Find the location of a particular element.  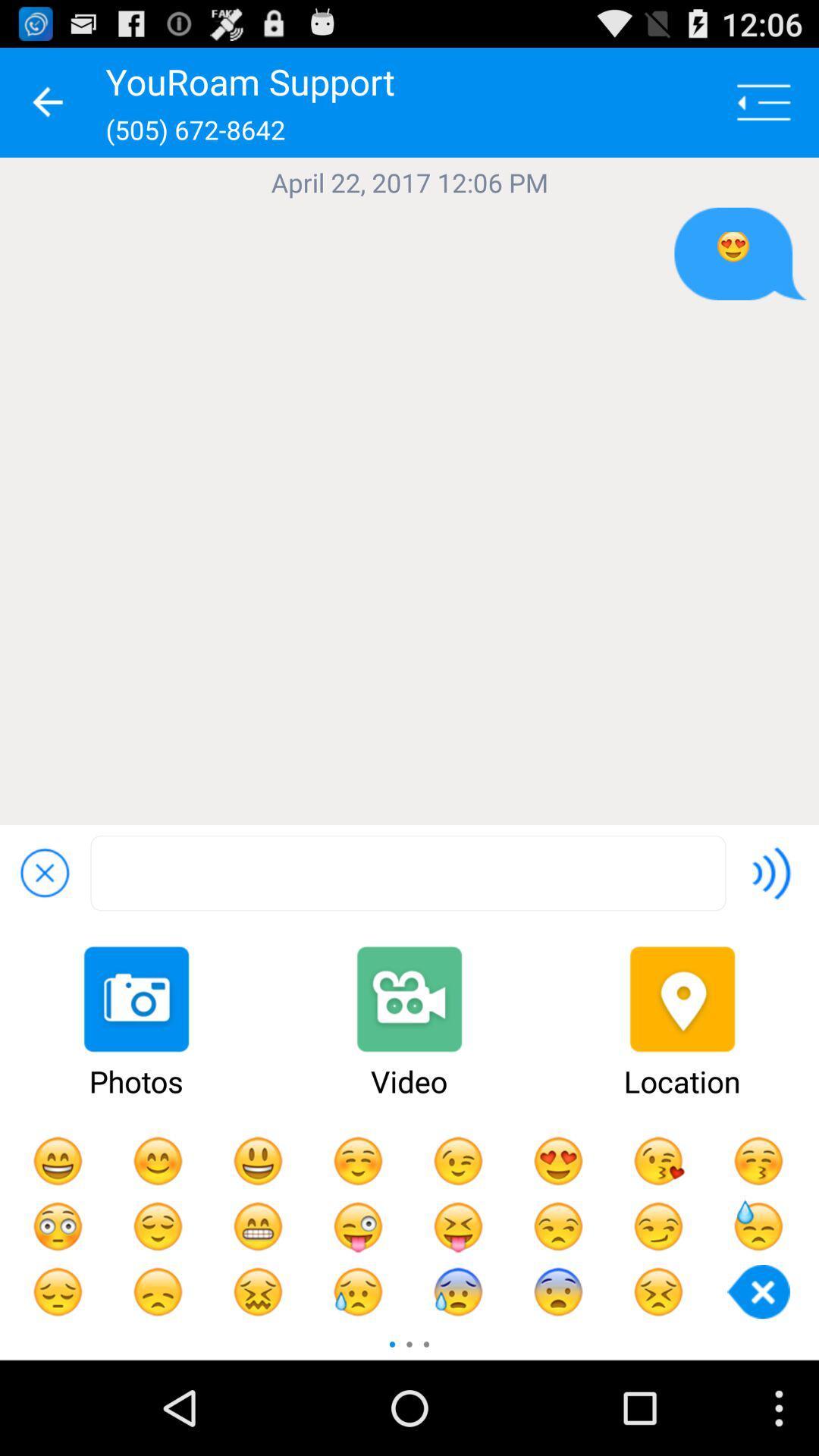

a place to enter text for a message is located at coordinates (407, 873).